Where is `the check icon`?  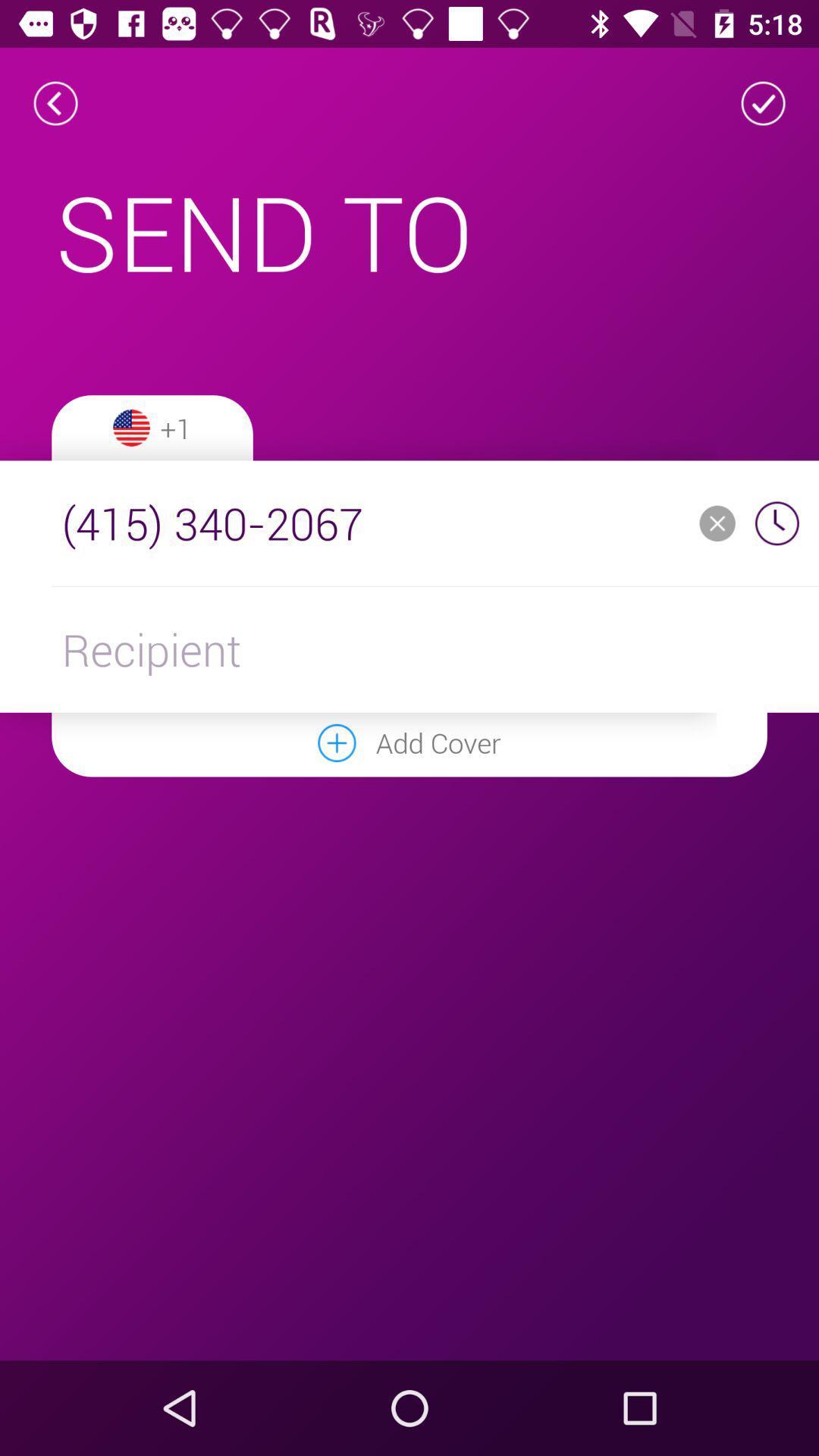 the check icon is located at coordinates (763, 102).